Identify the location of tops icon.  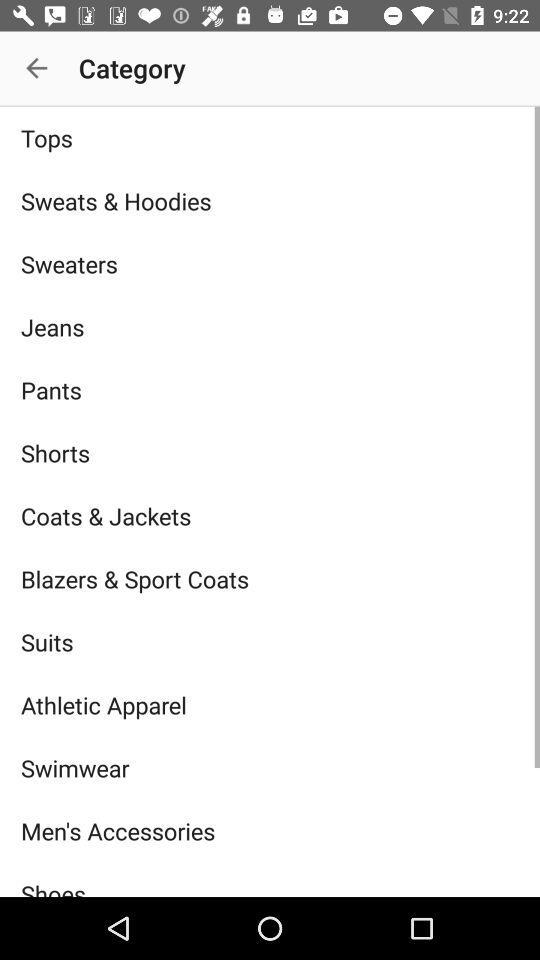
(270, 137).